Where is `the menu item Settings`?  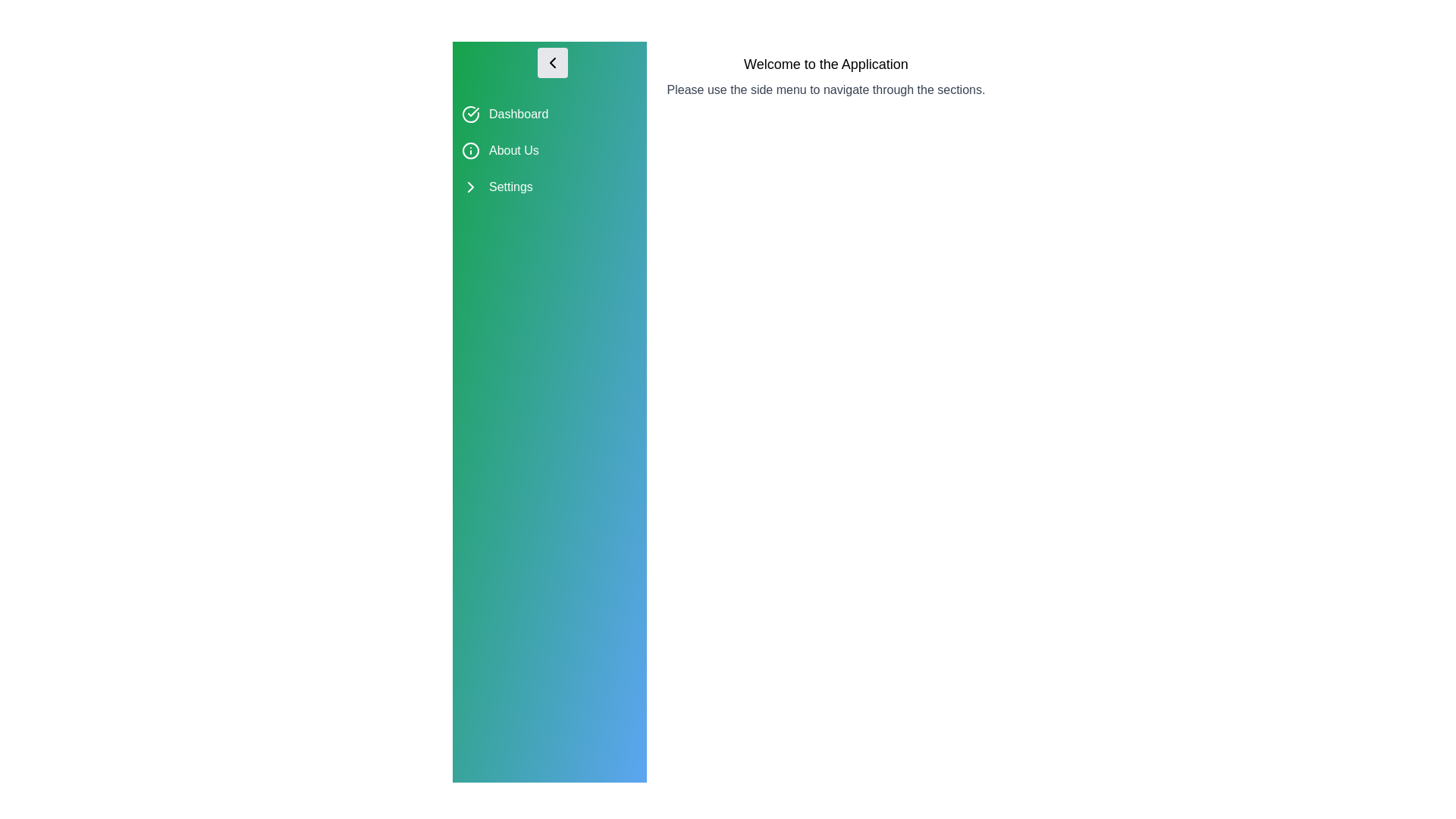
the menu item Settings is located at coordinates (548, 186).